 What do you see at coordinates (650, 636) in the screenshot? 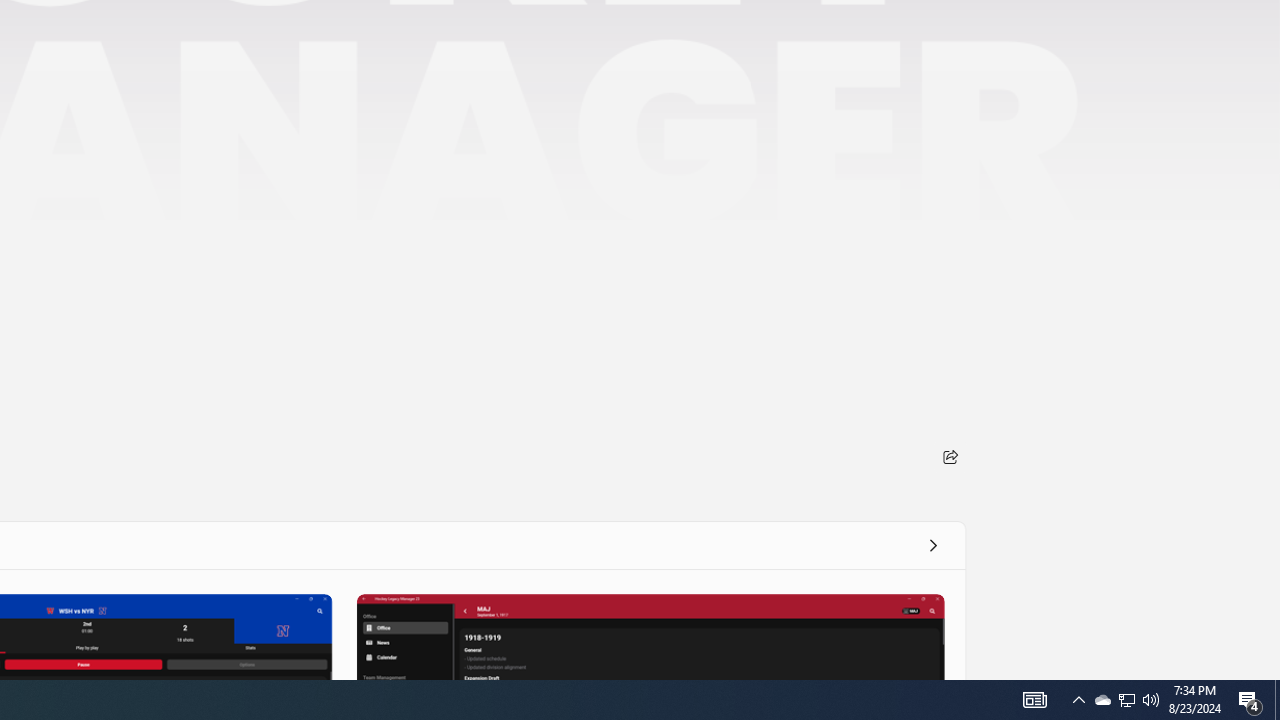
I see `'Screenshot 3'` at bounding box center [650, 636].